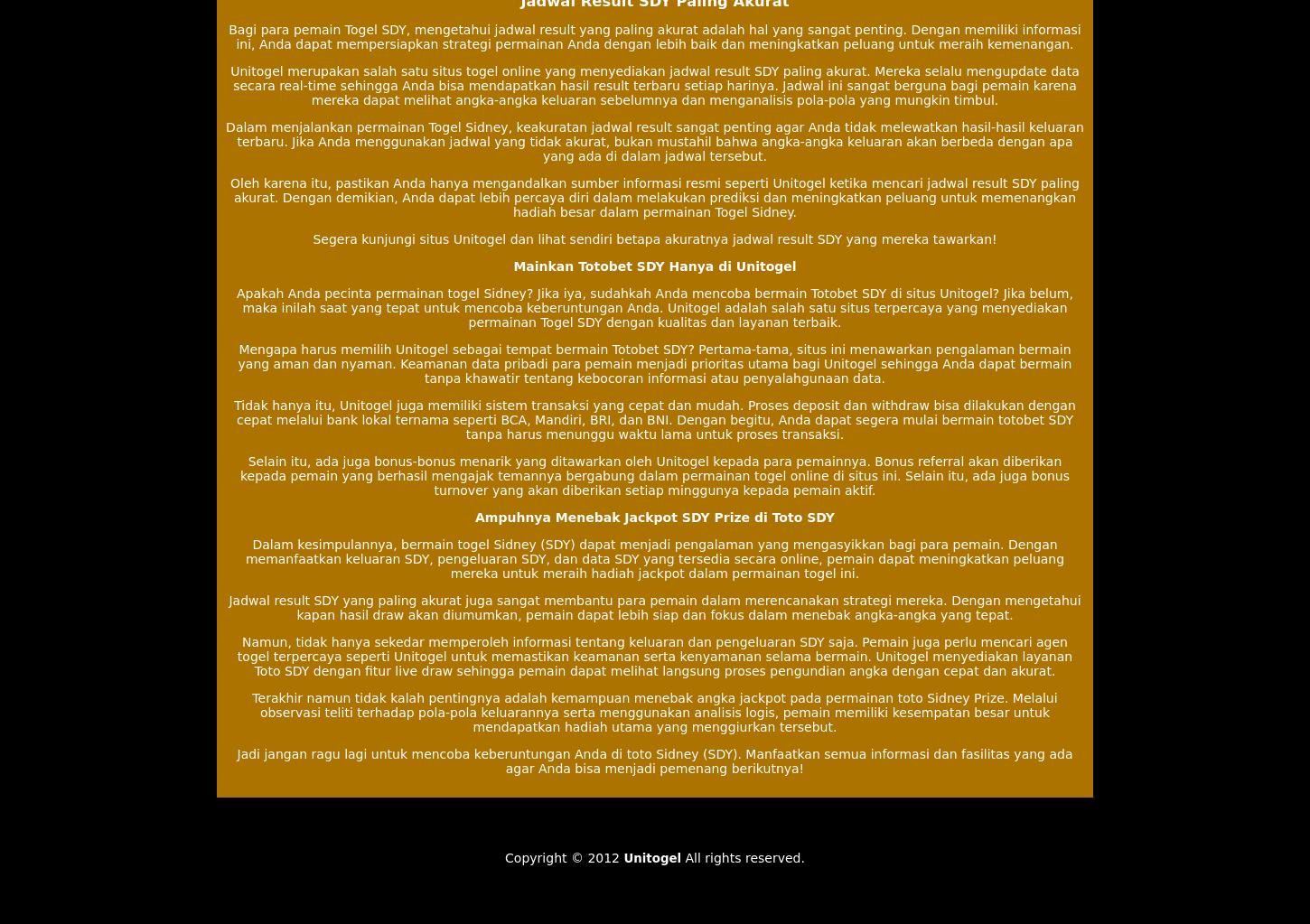 This screenshot has height=924, width=1310. What do you see at coordinates (653, 656) in the screenshot?
I see `'Namun, tidak hanya sekedar memperoleh informasi tentang keluaran dan pengeluaran SDY saja. Pemain juga perlu mencari agen togel terpercaya seperti Unitogel untuk memastikan keamanan serta kenyamanan selama bermain. Unitogel menyediakan layanan Toto SDY dengan fitur live draw sehingga pemain dapat melihat langsung proses pengundian angka dengan cepat dan akurat.'` at bounding box center [653, 656].